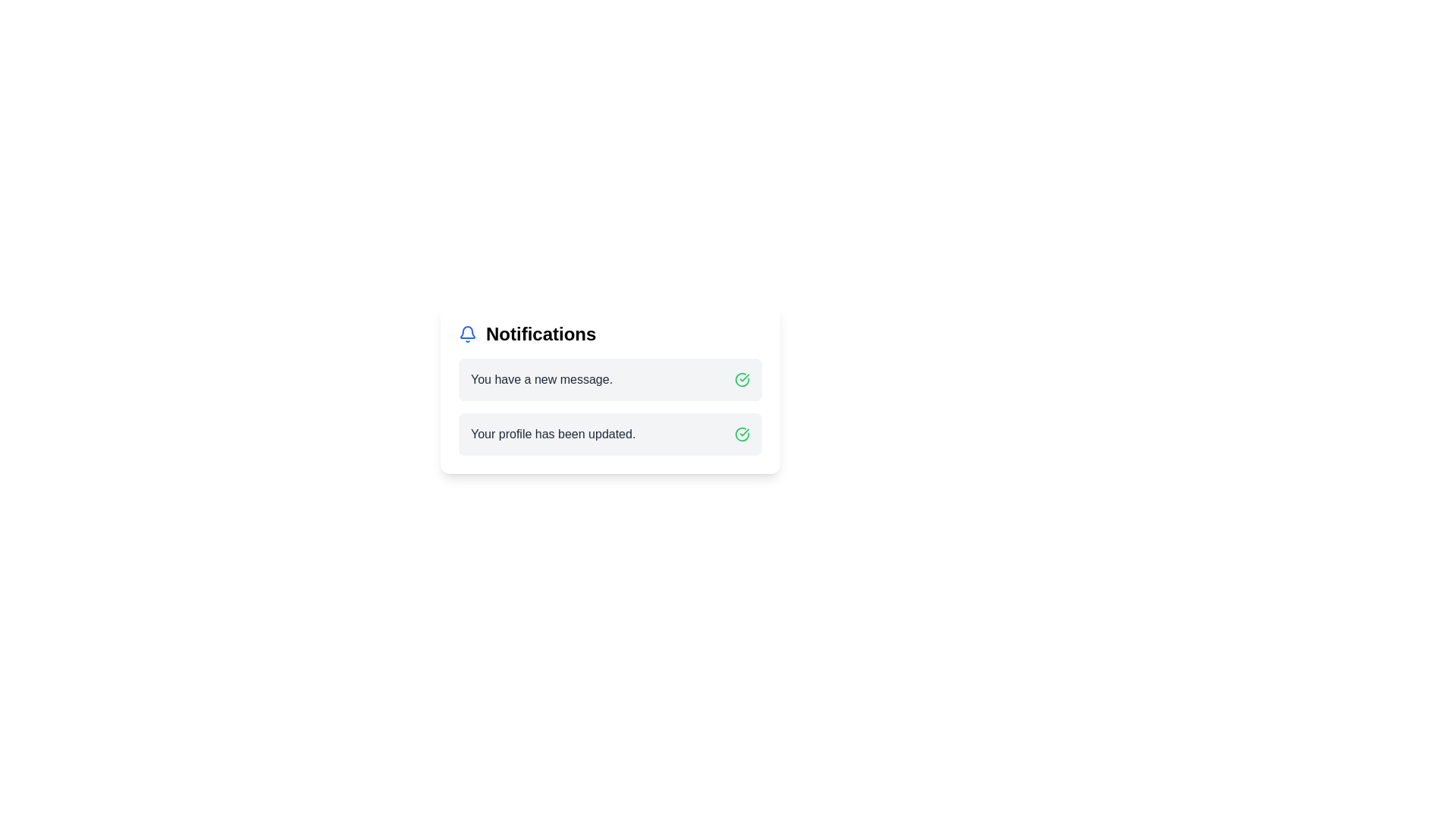 The image size is (1456, 819). I want to click on the 'Notifications' text label, which is styled with a bold and large font and is positioned to the right of a bell icon in the notification header section, so click(541, 333).